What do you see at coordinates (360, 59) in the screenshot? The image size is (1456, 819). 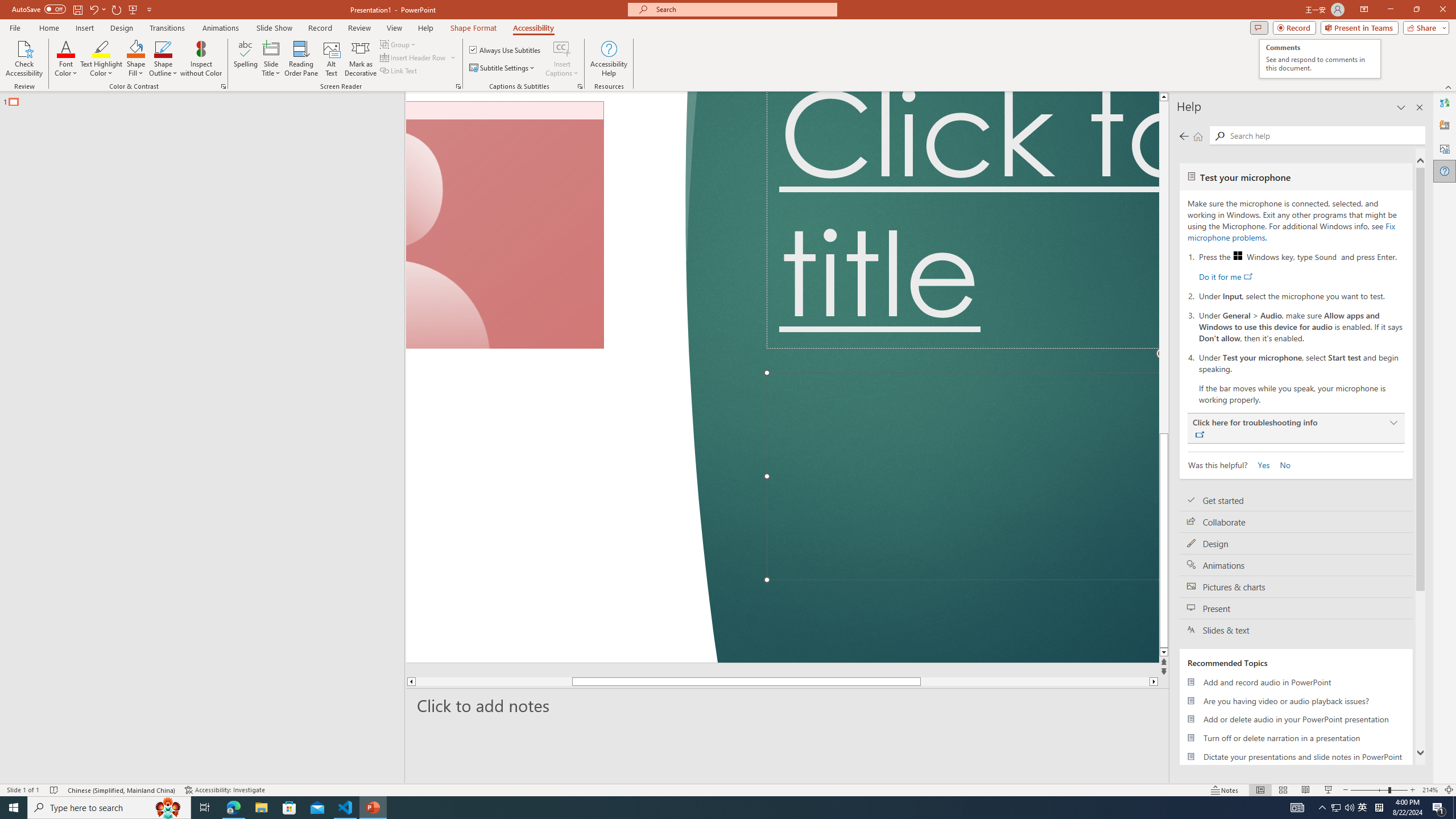 I see `'Mark as Decorative'` at bounding box center [360, 59].